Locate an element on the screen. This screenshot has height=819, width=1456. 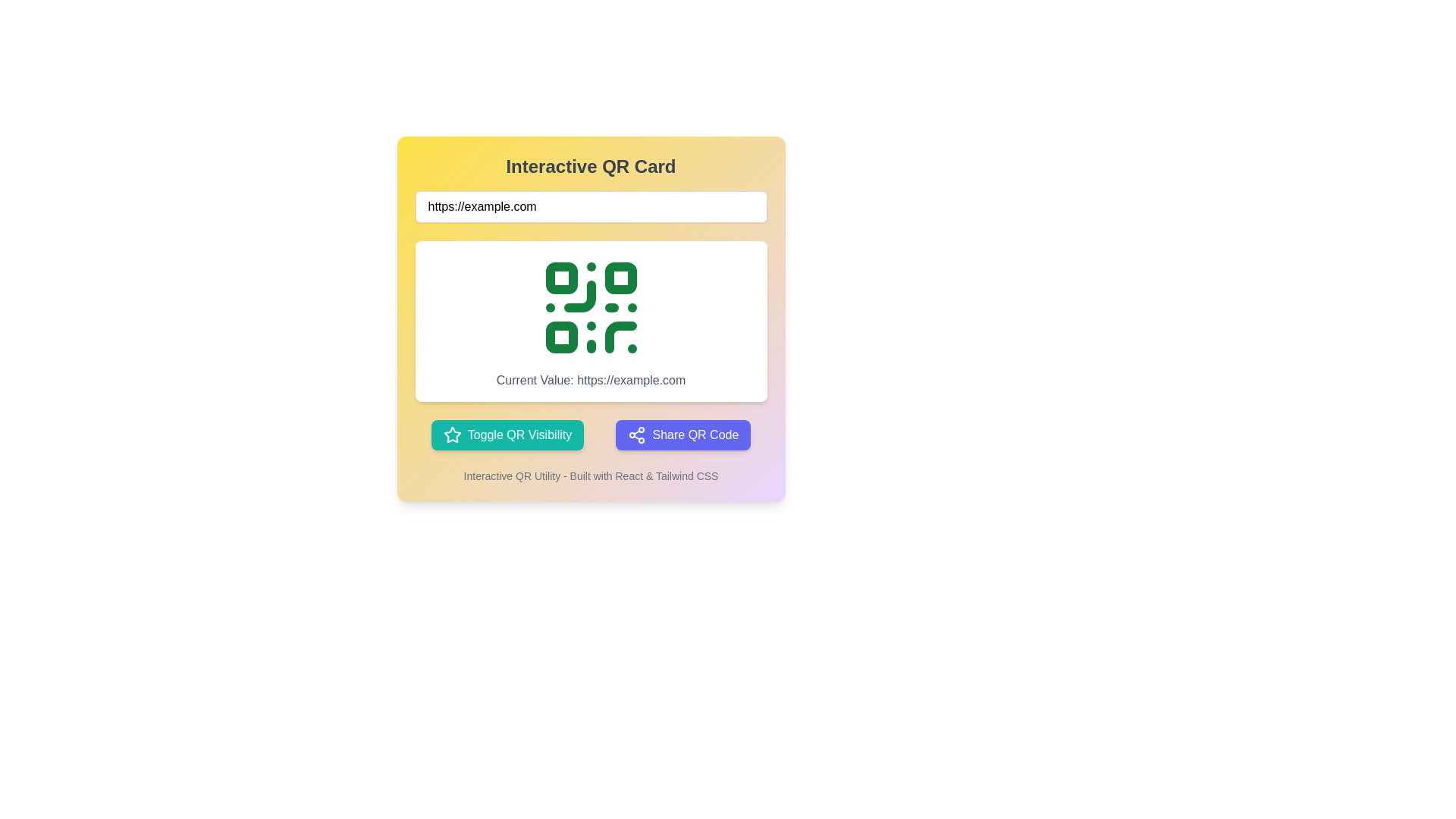
the second small square from the left in the top row of the QR code grid within the SVG component is located at coordinates (620, 278).